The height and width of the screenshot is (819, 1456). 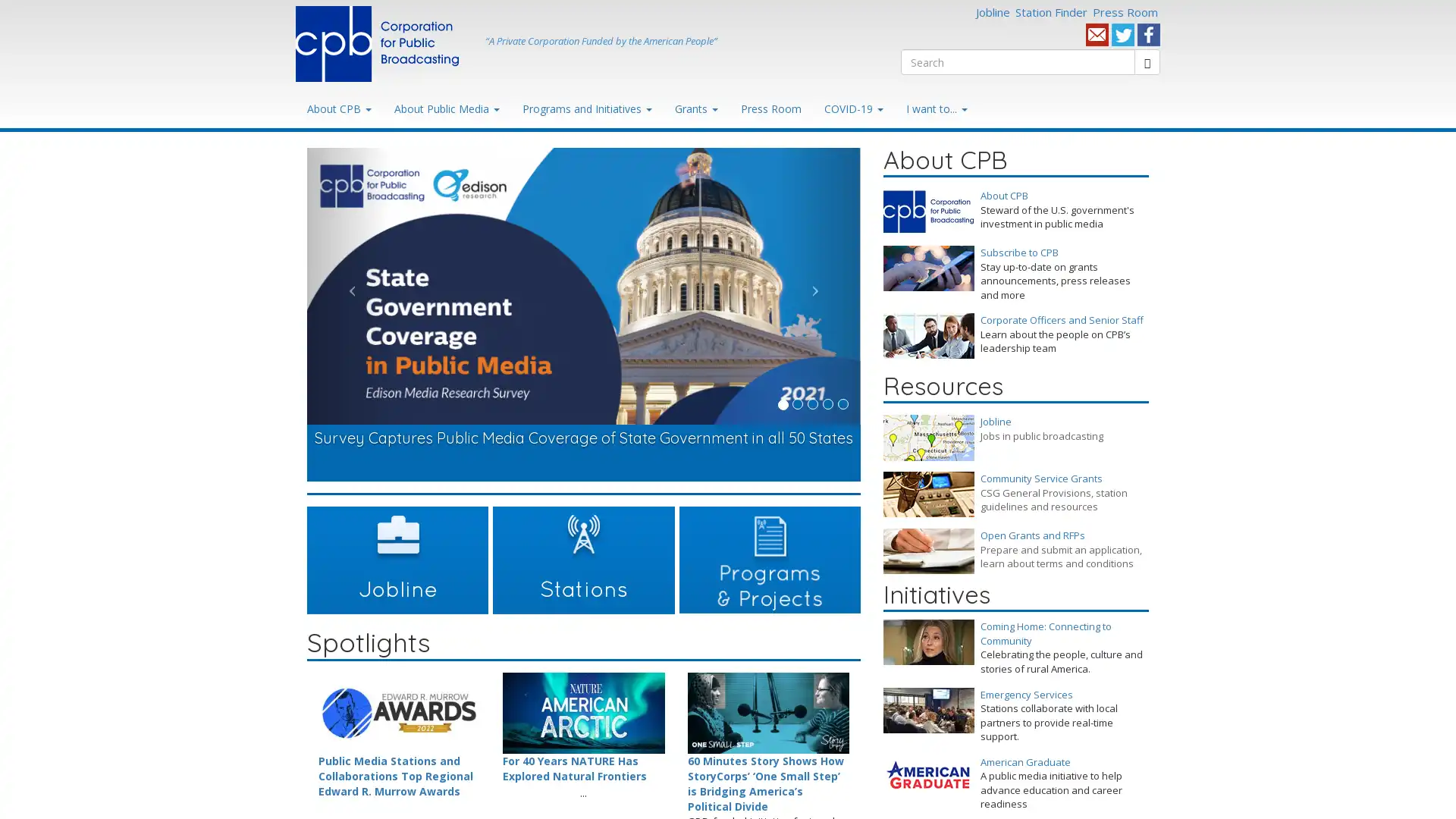 What do you see at coordinates (347, 286) in the screenshot?
I see `Previous` at bounding box center [347, 286].